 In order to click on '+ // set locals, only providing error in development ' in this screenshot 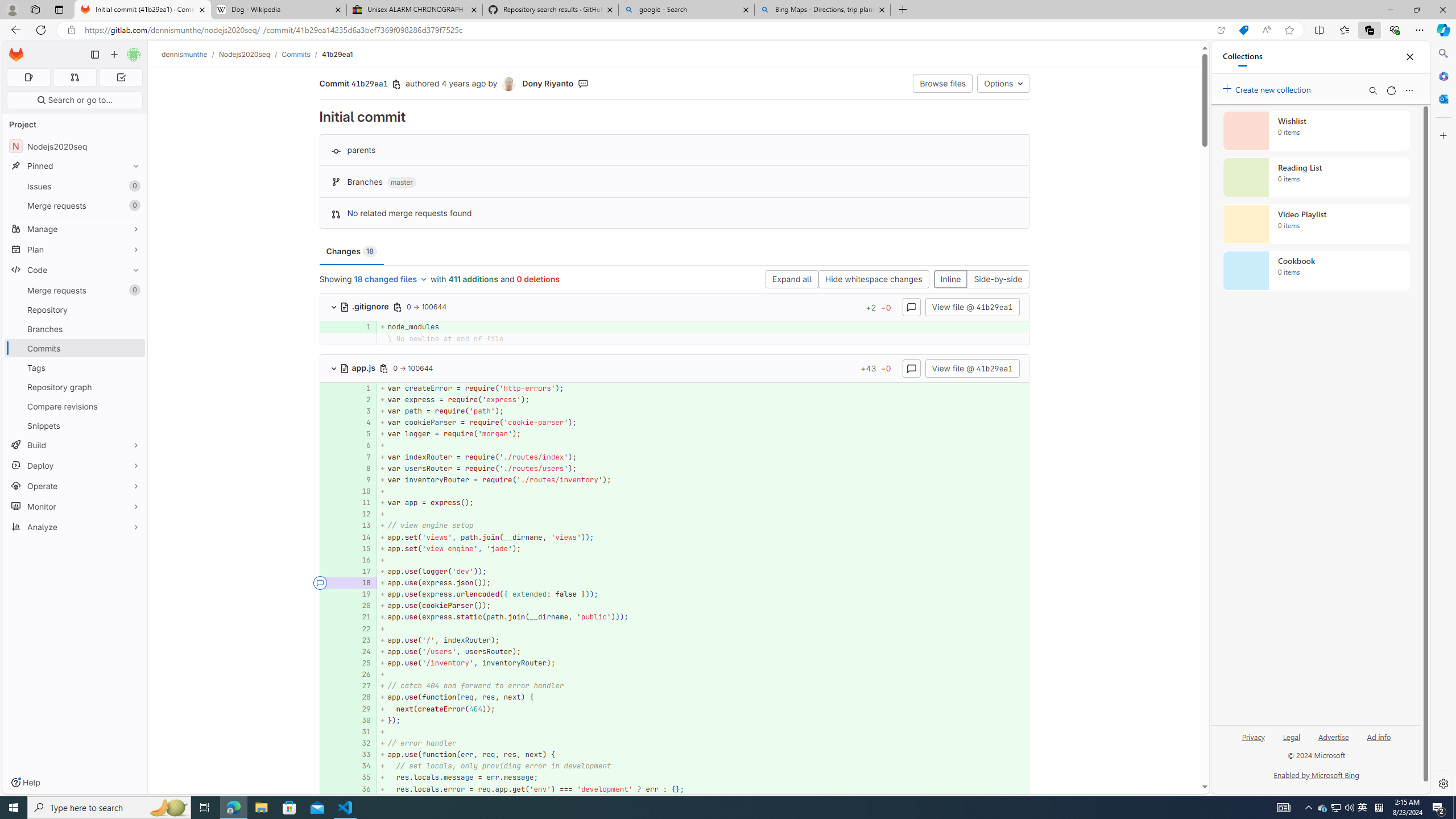, I will do `click(702, 766)`.